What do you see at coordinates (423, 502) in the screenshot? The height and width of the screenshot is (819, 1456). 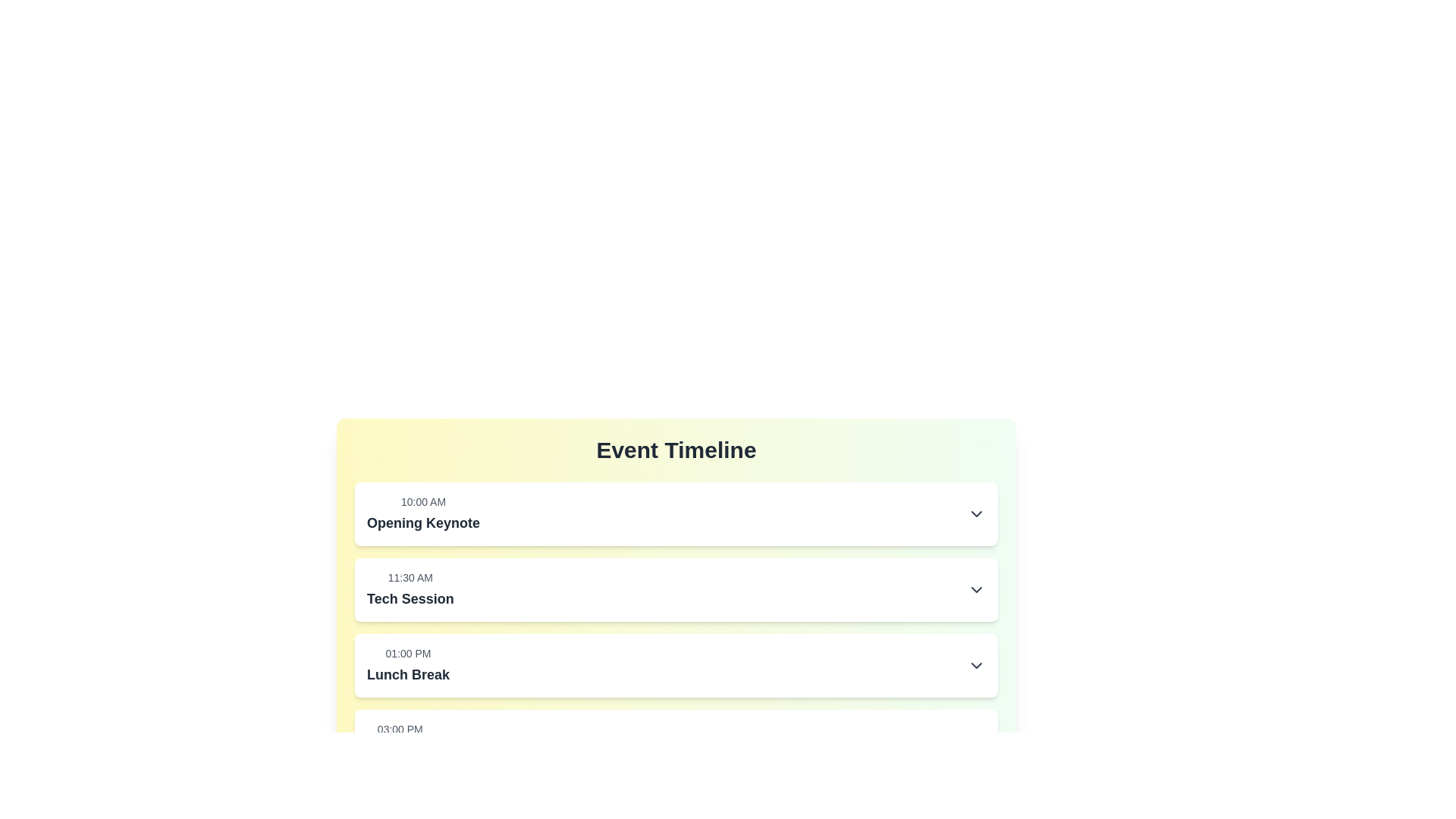 I see `the text element that provides the timestamp for 'Opening Keynote', located at the top-left corner of the card-like structure on the event timeline` at bounding box center [423, 502].